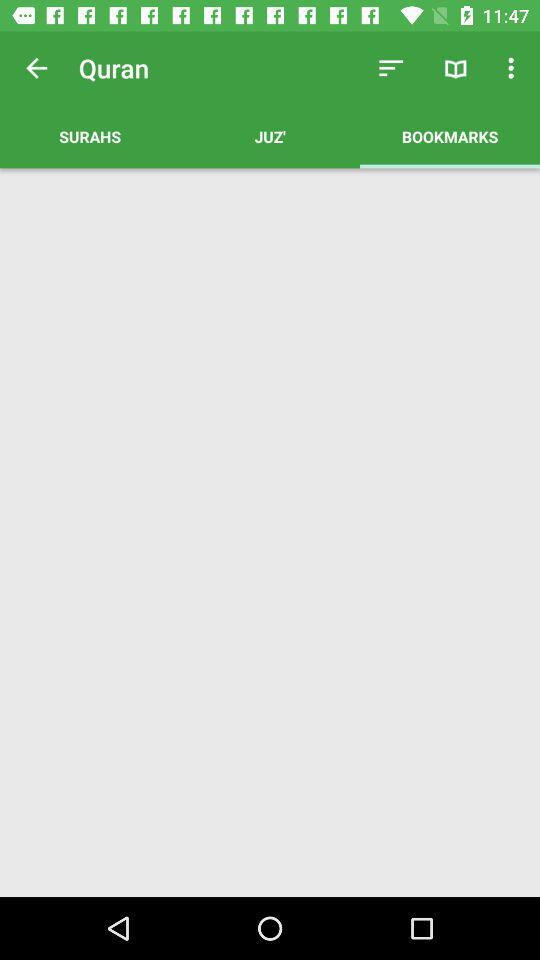  Describe the element at coordinates (89, 135) in the screenshot. I see `the surahs` at that location.